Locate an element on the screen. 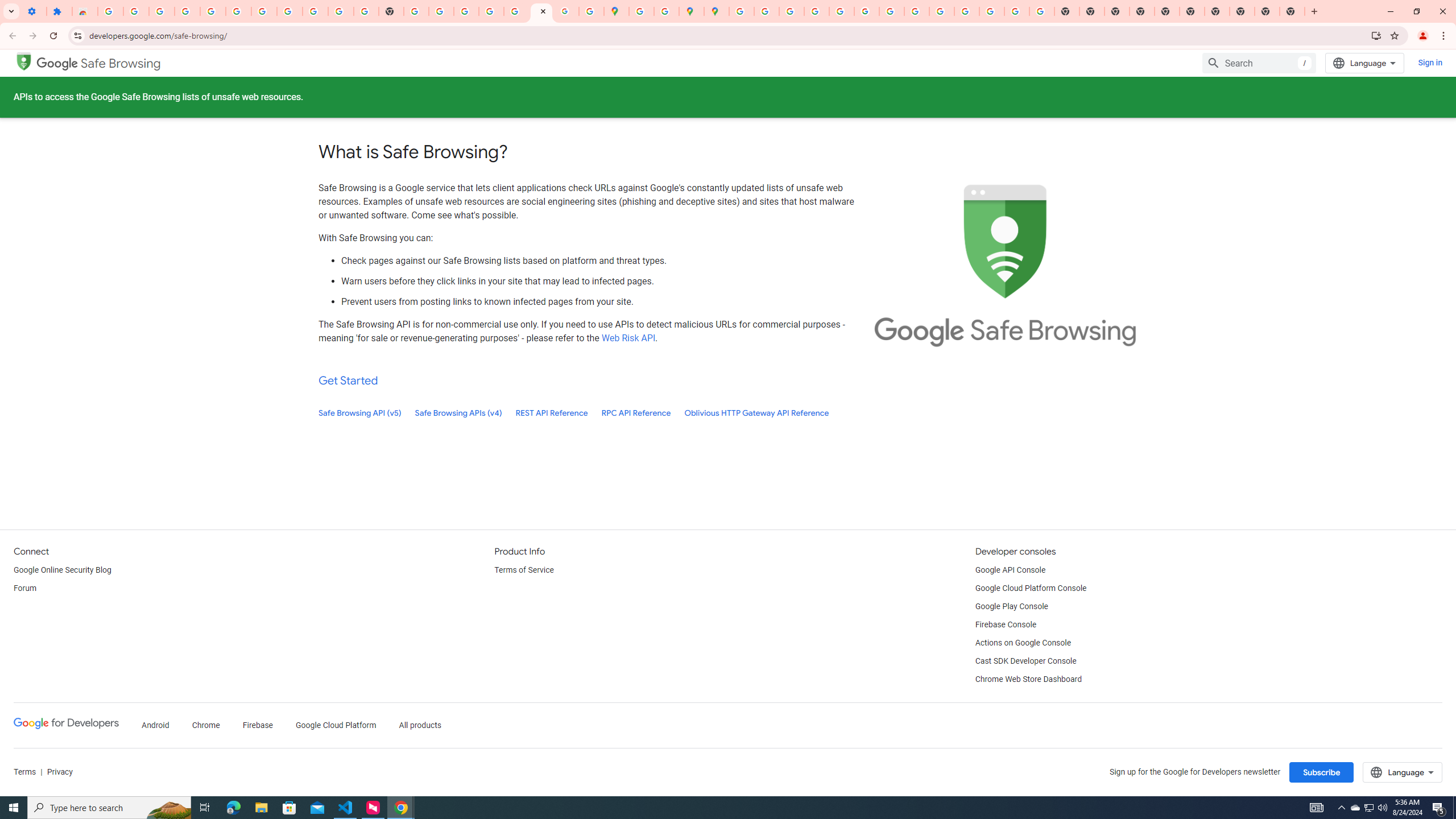  'Google Safe Browsing' is located at coordinates (99, 63).